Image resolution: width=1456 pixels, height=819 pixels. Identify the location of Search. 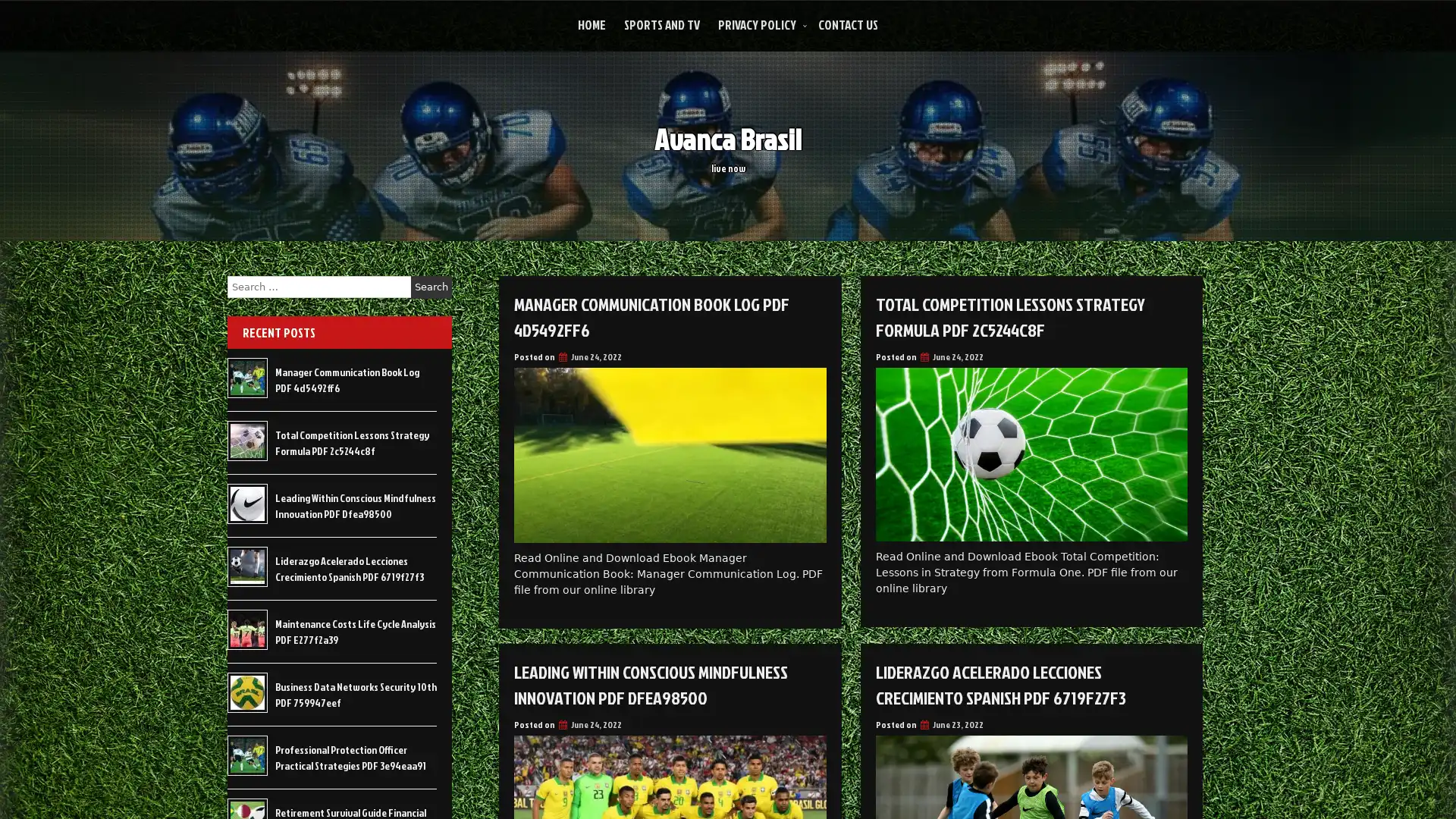
(431, 287).